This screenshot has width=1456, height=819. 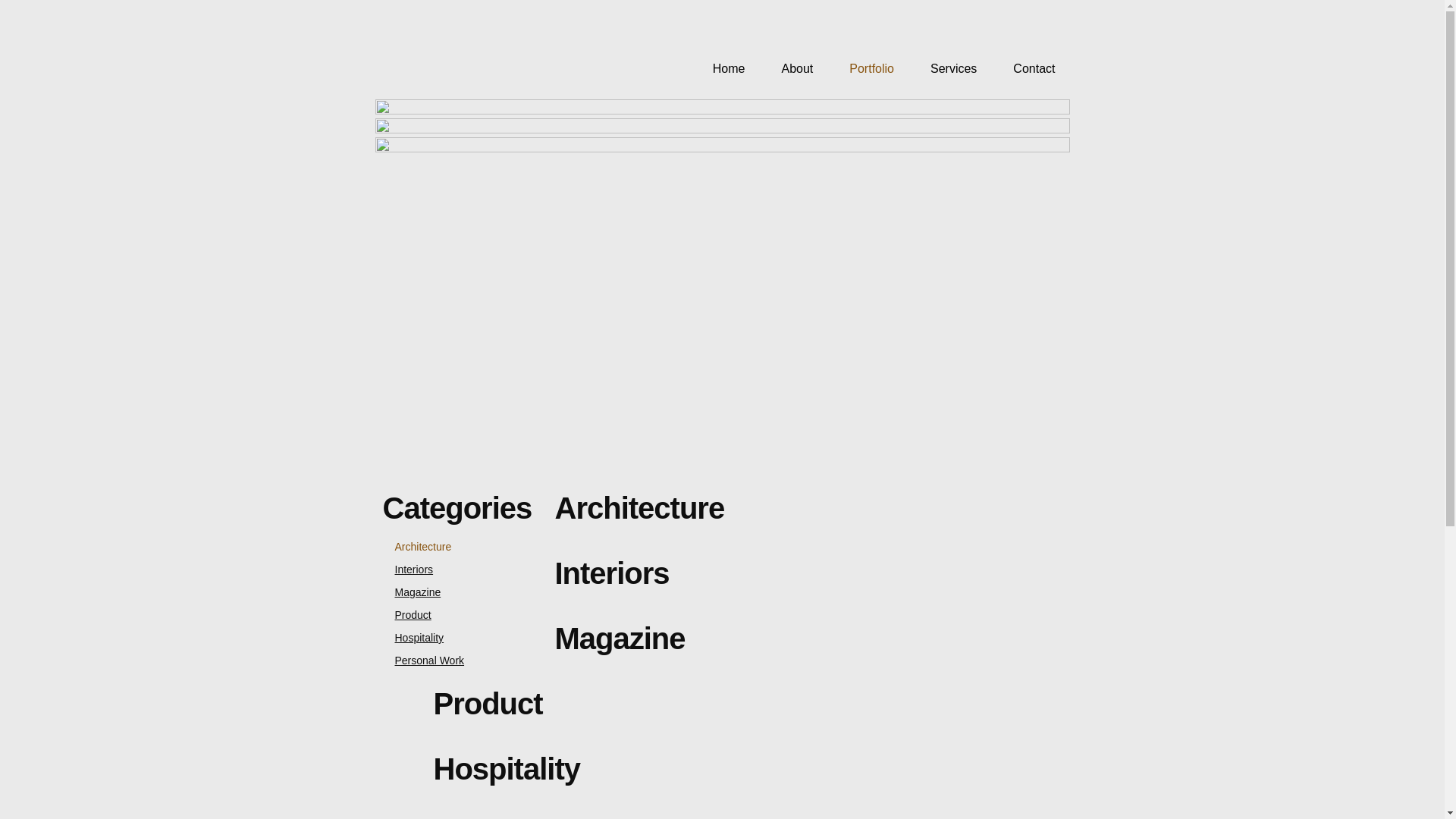 I want to click on 'Magazine', so click(x=382, y=591).